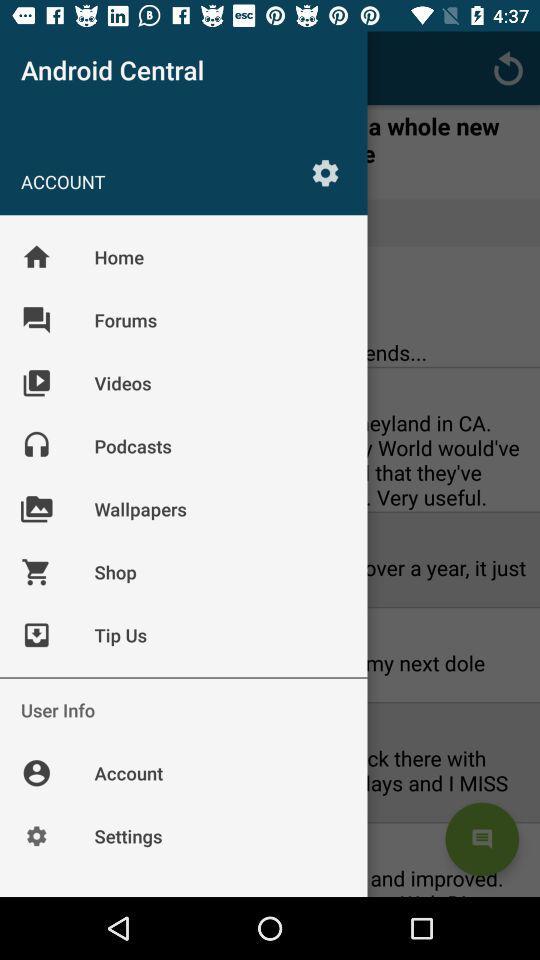 This screenshot has width=540, height=960. I want to click on the chat icon, so click(481, 839).